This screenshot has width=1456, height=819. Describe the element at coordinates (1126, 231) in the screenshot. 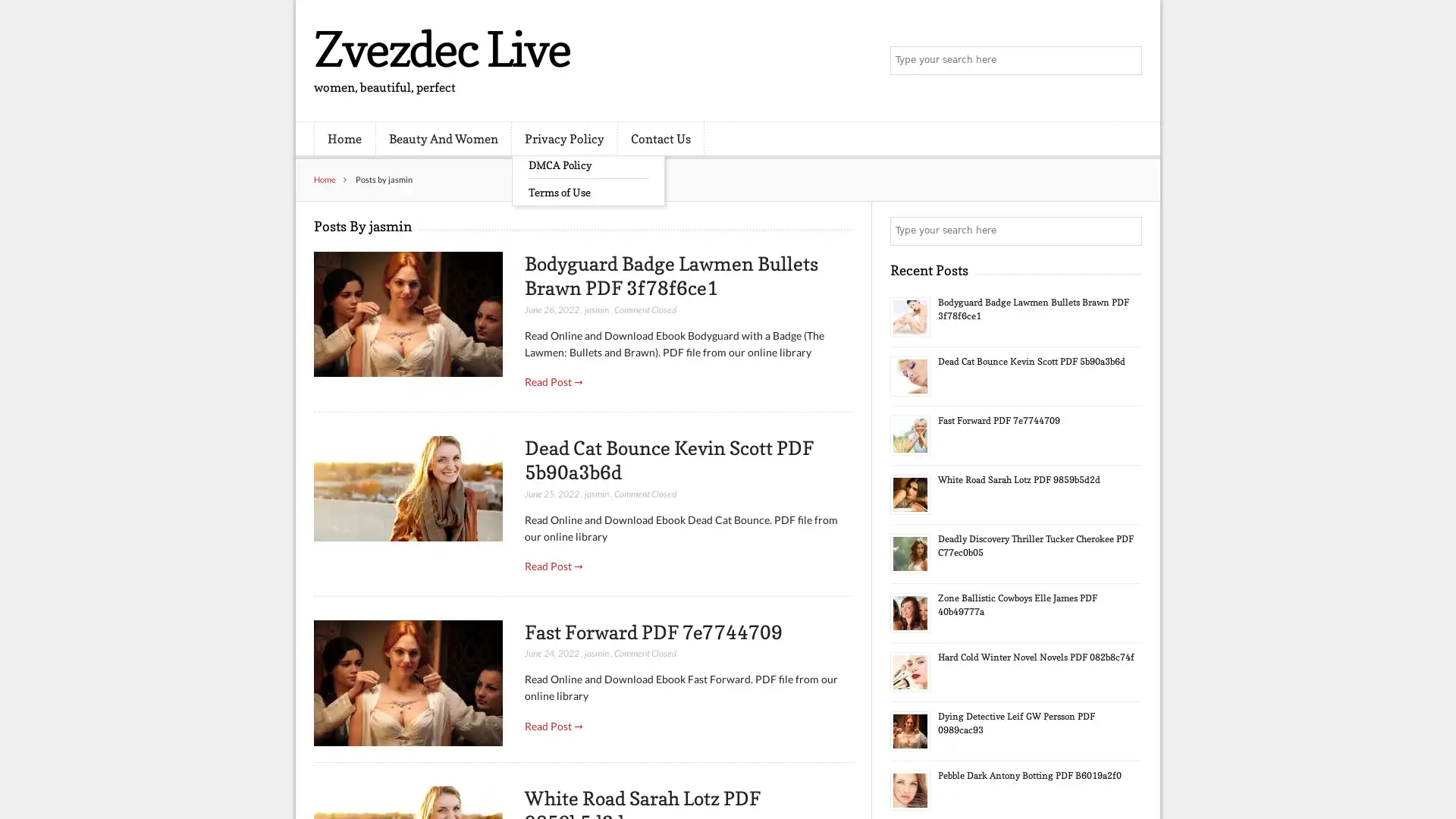

I see `Search` at that location.